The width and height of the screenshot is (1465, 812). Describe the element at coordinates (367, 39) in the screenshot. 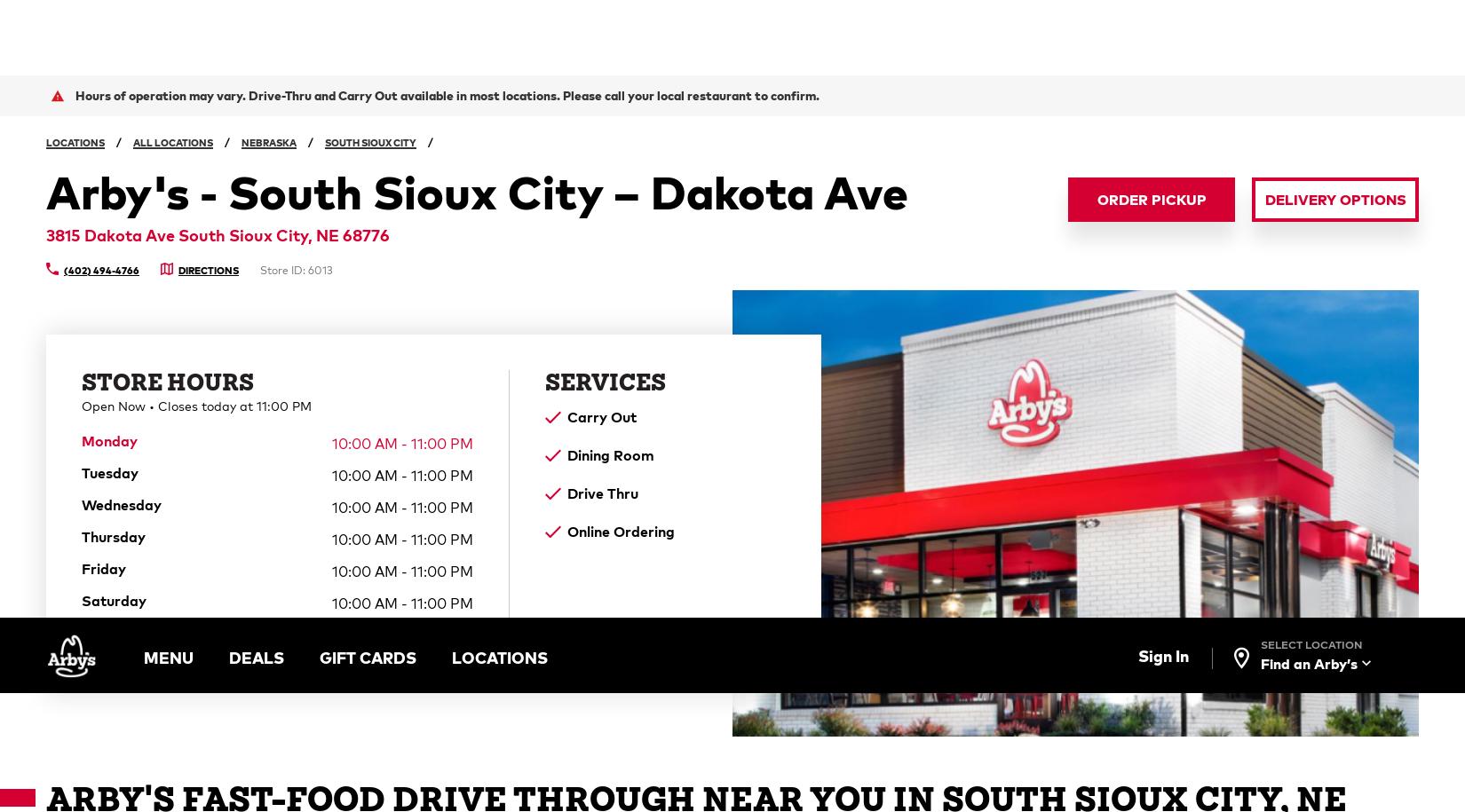

I see `'GIFT CARDS'` at that location.